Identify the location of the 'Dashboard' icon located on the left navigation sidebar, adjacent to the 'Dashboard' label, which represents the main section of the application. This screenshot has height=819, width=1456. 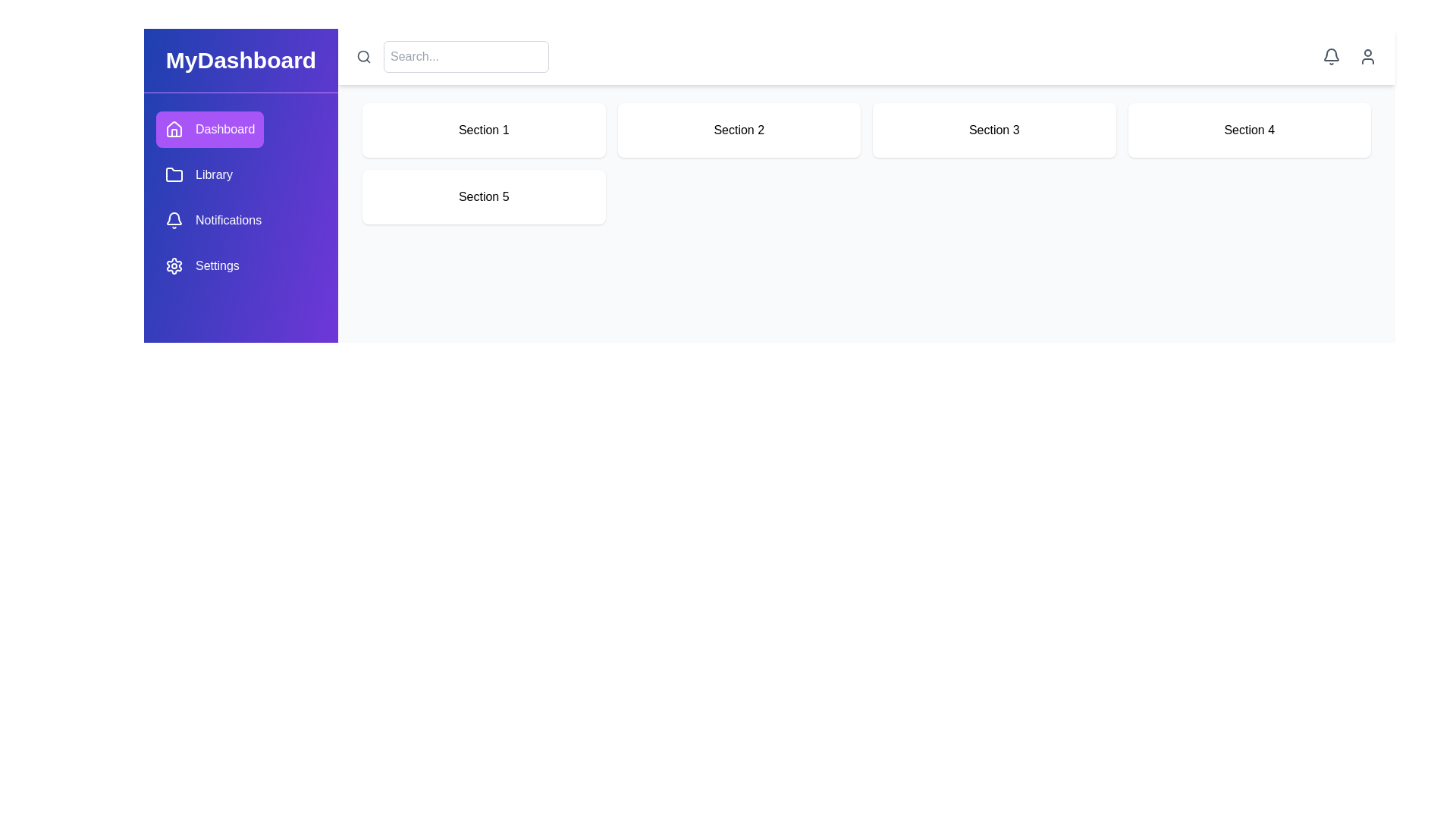
(174, 128).